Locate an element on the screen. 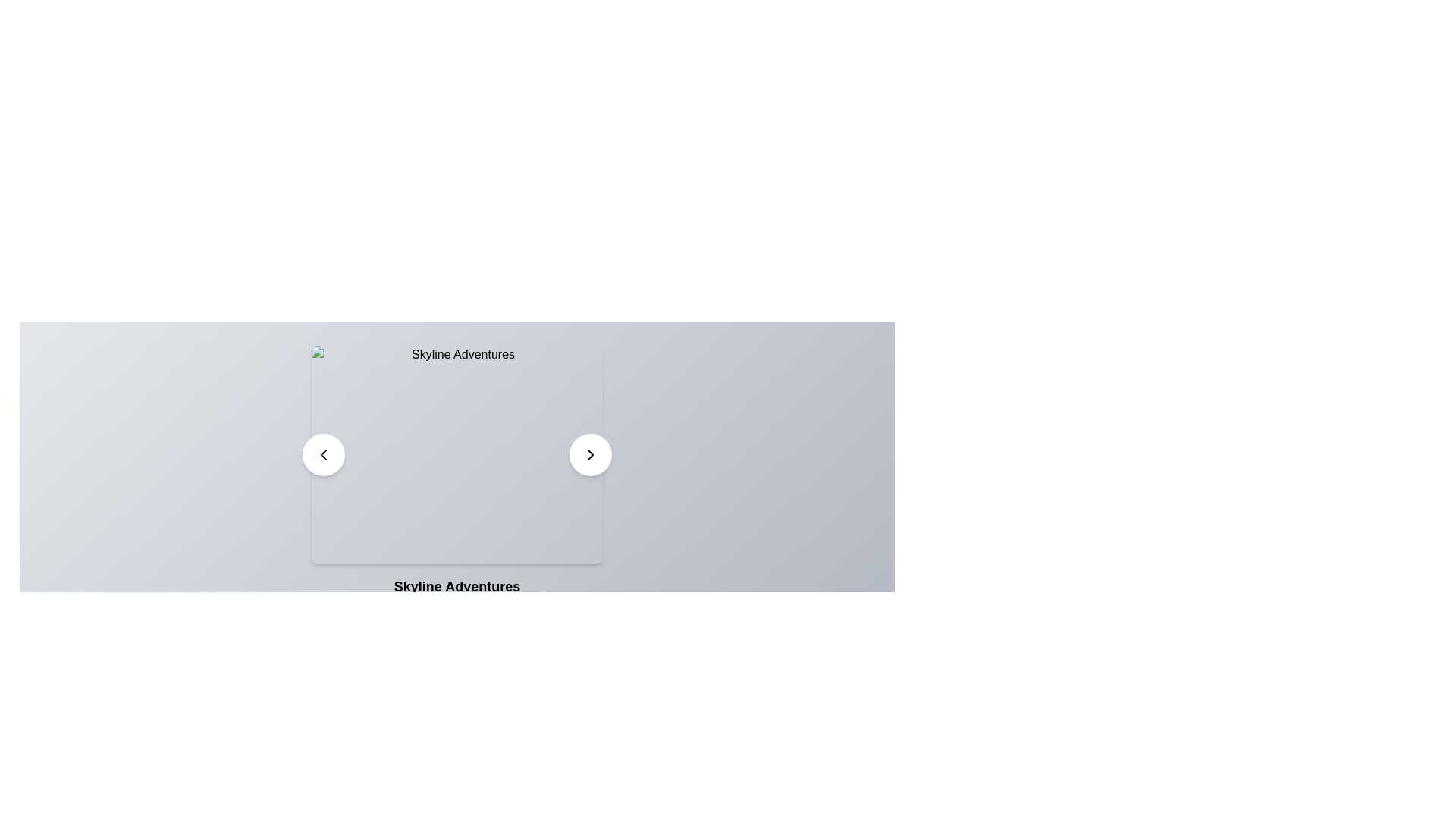 The image size is (1456, 819). the centrally positioned image display element that depicts 'Skyline Adventures' with rounded corners and a shadow effect is located at coordinates (457, 454).